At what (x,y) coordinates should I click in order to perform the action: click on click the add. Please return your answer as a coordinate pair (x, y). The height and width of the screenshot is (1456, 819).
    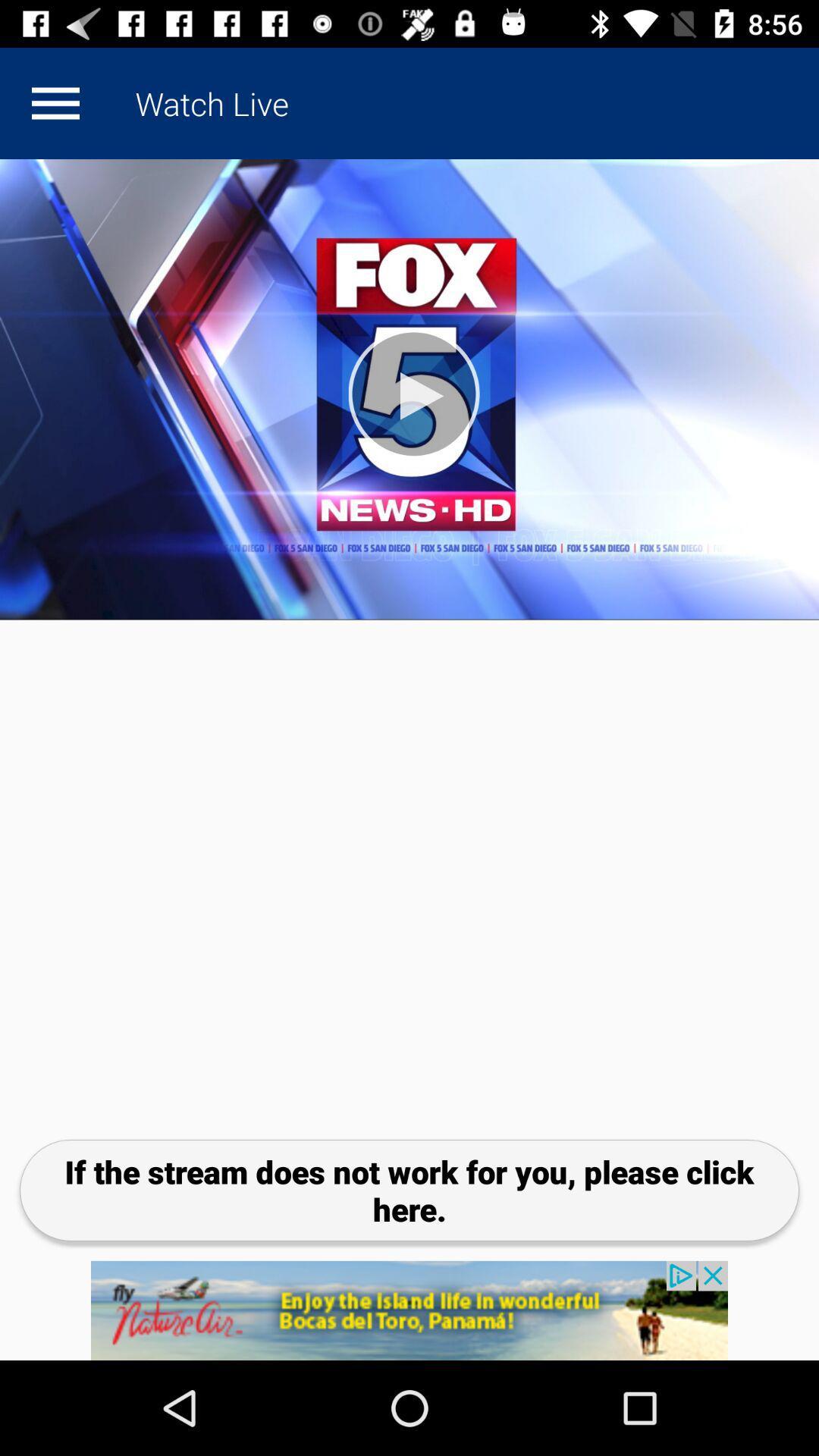
    Looking at the image, I should click on (409, 1310).